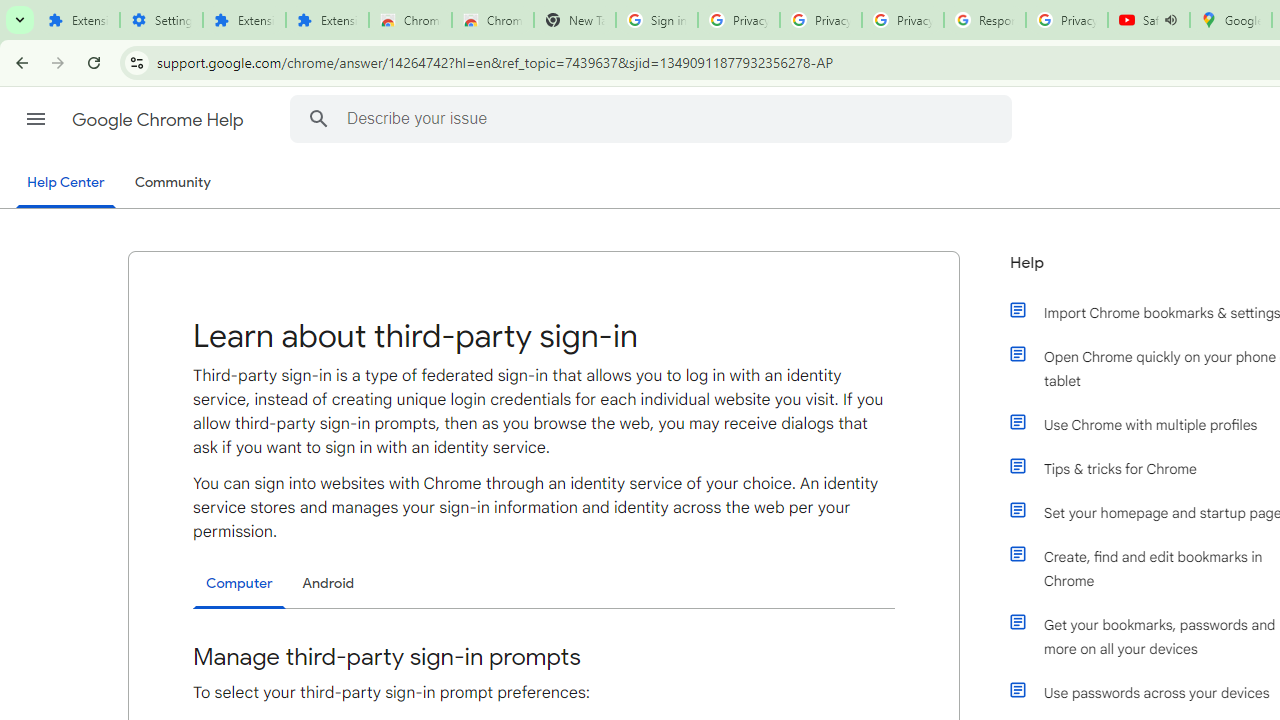  What do you see at coordinates (239, 584) in the screenshot?
I see `'Computer'` at bounding box center [239, 584].